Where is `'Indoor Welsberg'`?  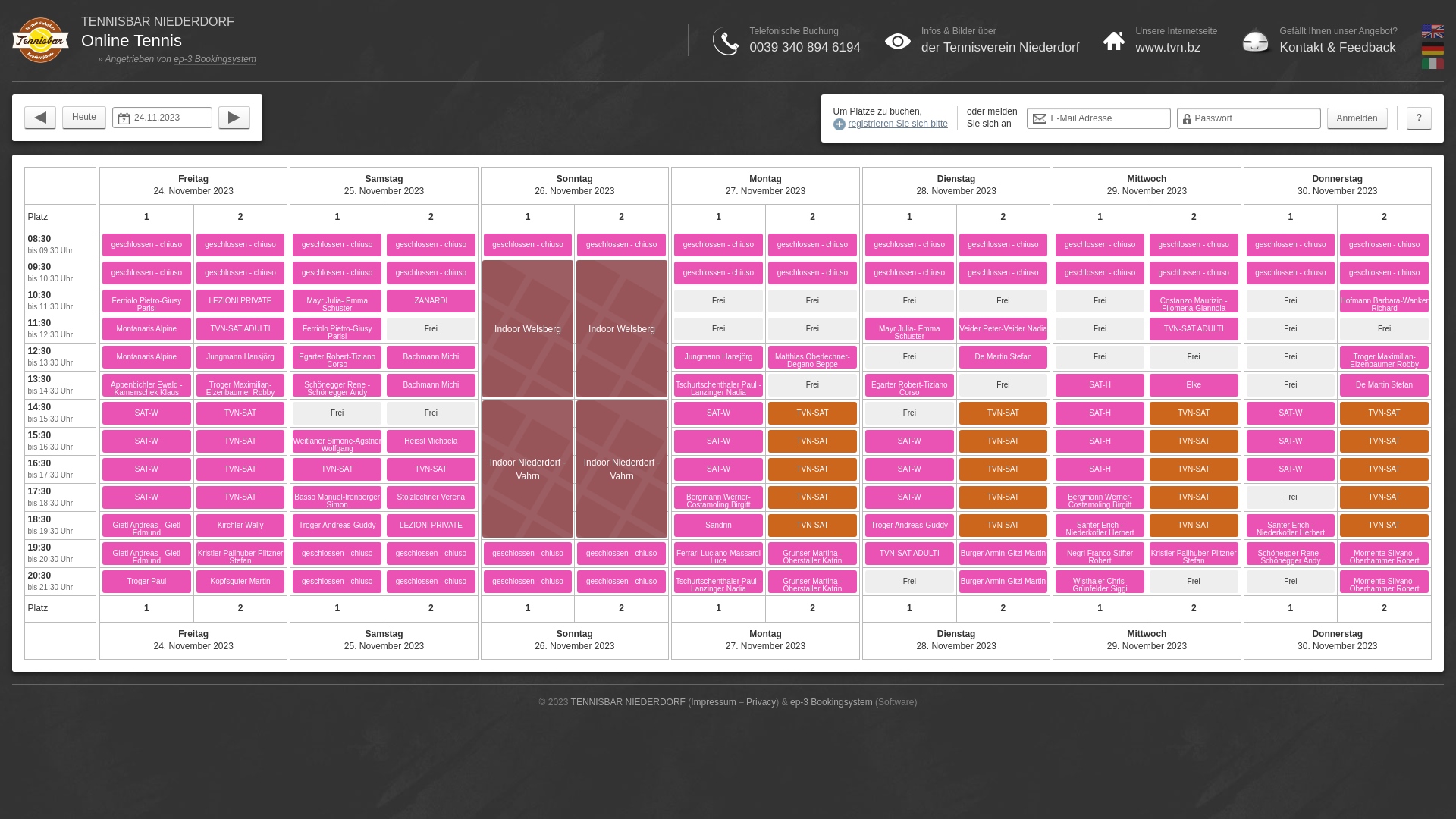
'Indoor Welsberg' is located at coordinates (528, 328).